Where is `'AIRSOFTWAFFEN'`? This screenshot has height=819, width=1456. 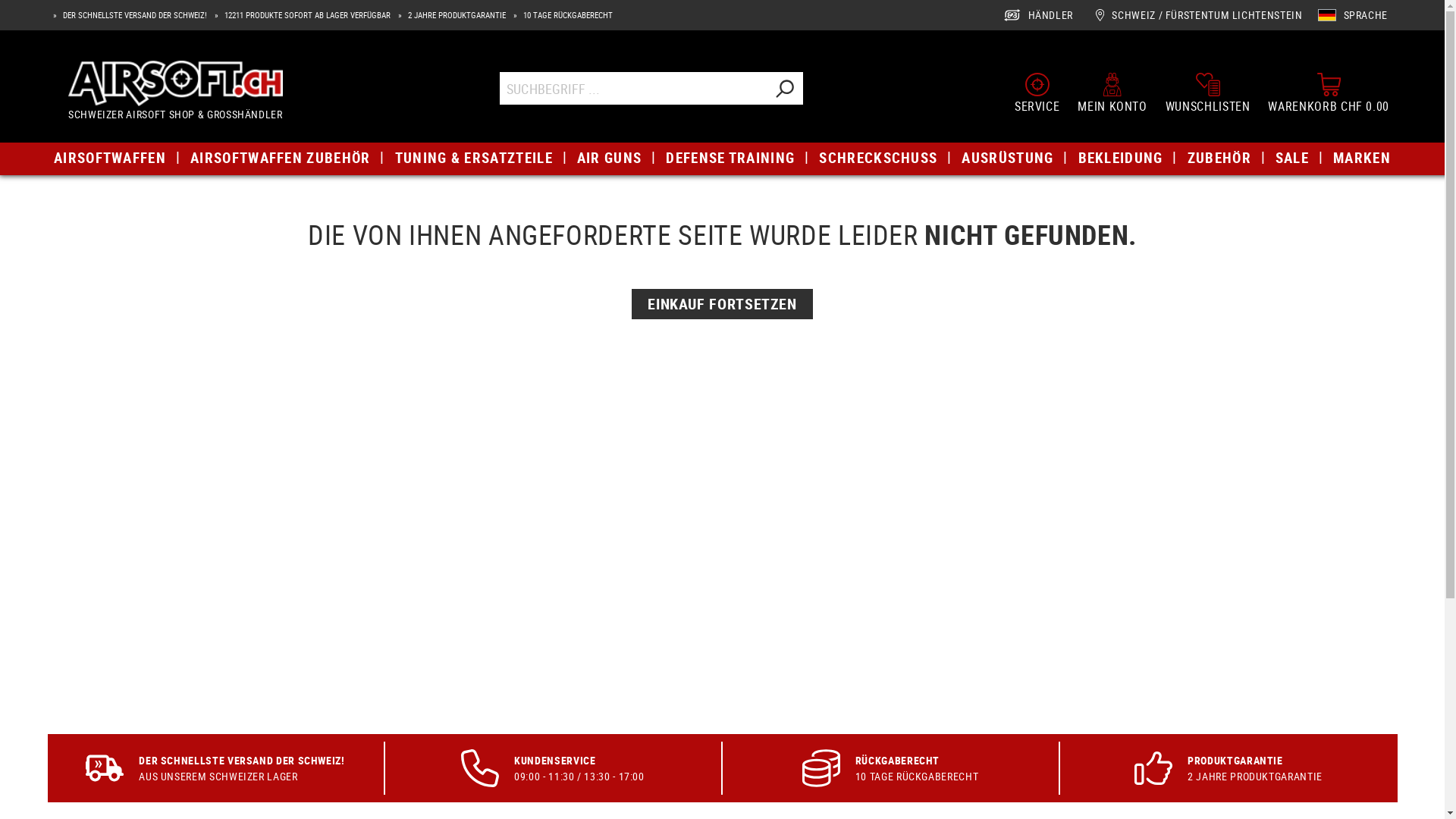 'AIRSOFTWAFFEN' is located at coordinates (108, 158).